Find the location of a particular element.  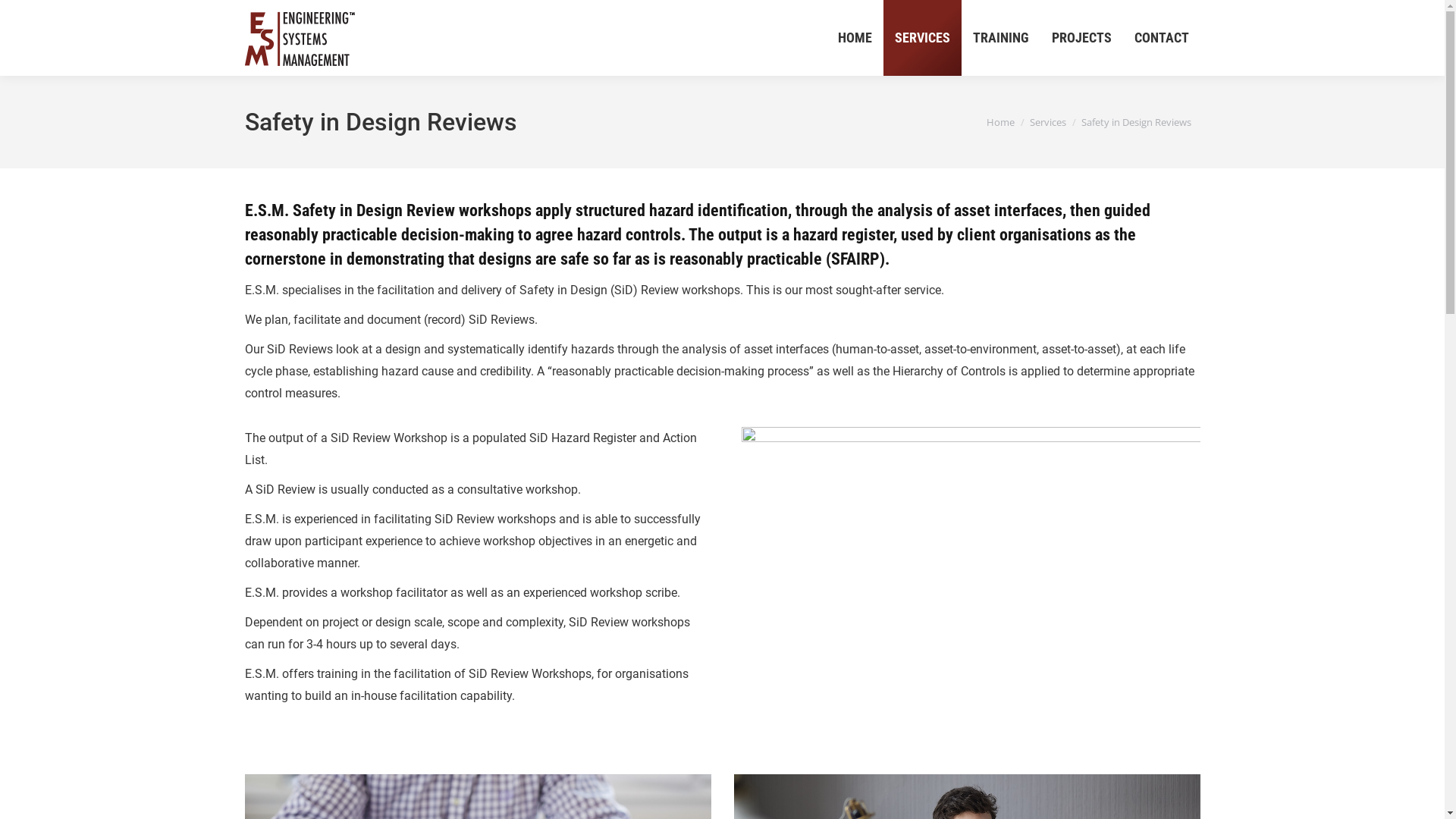

'Services' is located at coordinates (1030, 121).